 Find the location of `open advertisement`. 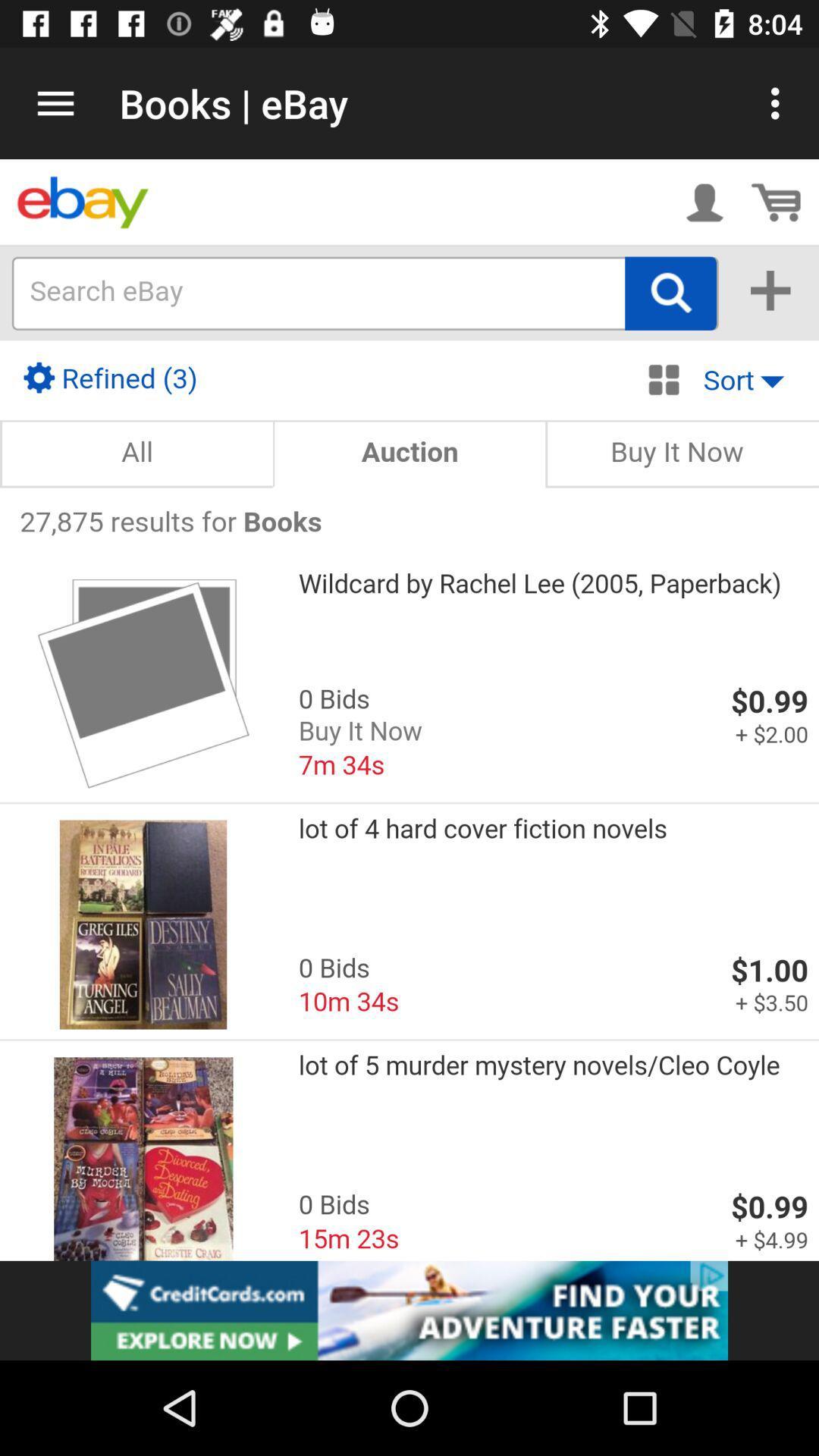

open advertisement is located at coordinates (409, 1310).